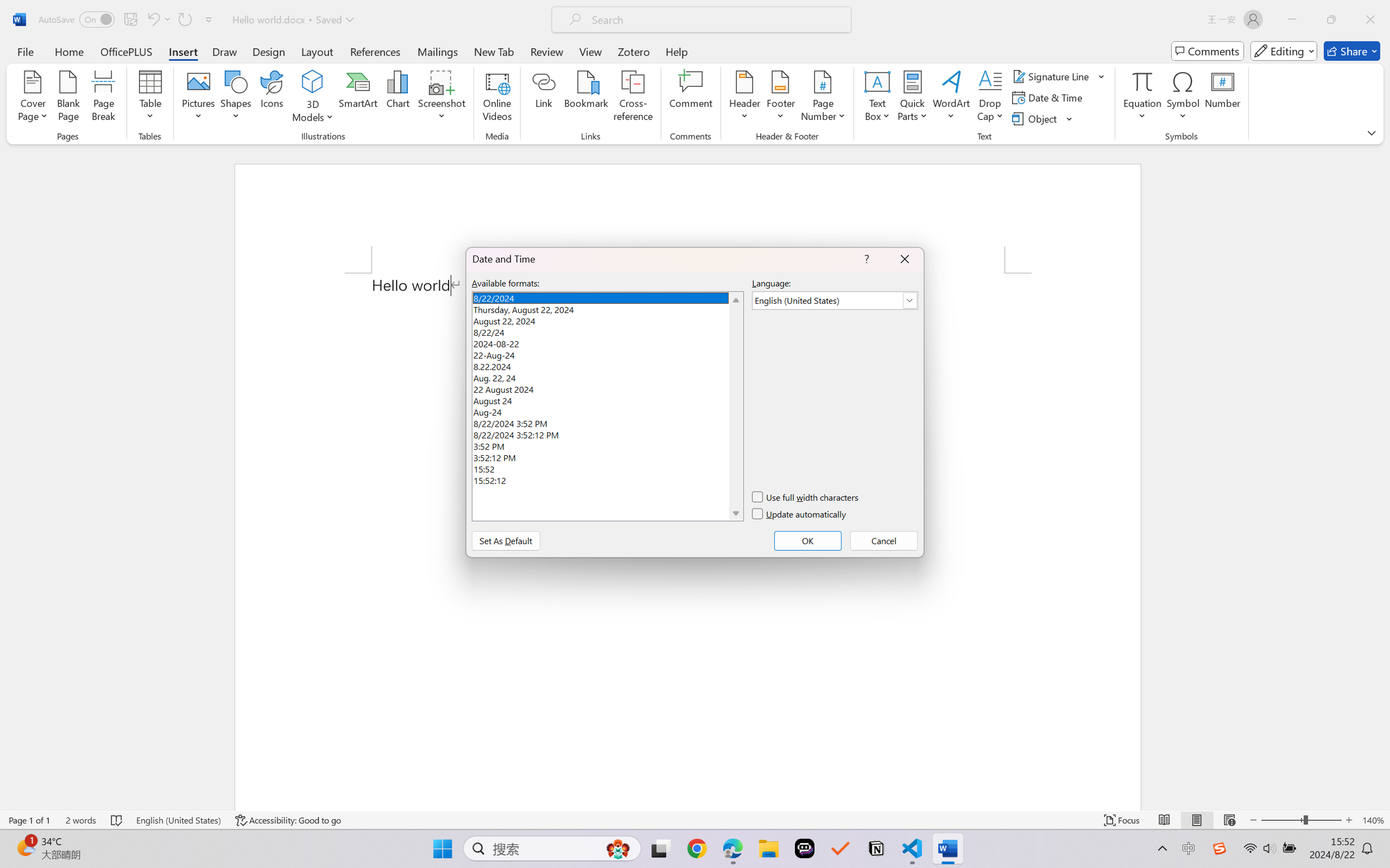  What do you see at coordinates (607, 479) in the screenshot?
I see `'15:52:12'` at bounding box center [607, 479].